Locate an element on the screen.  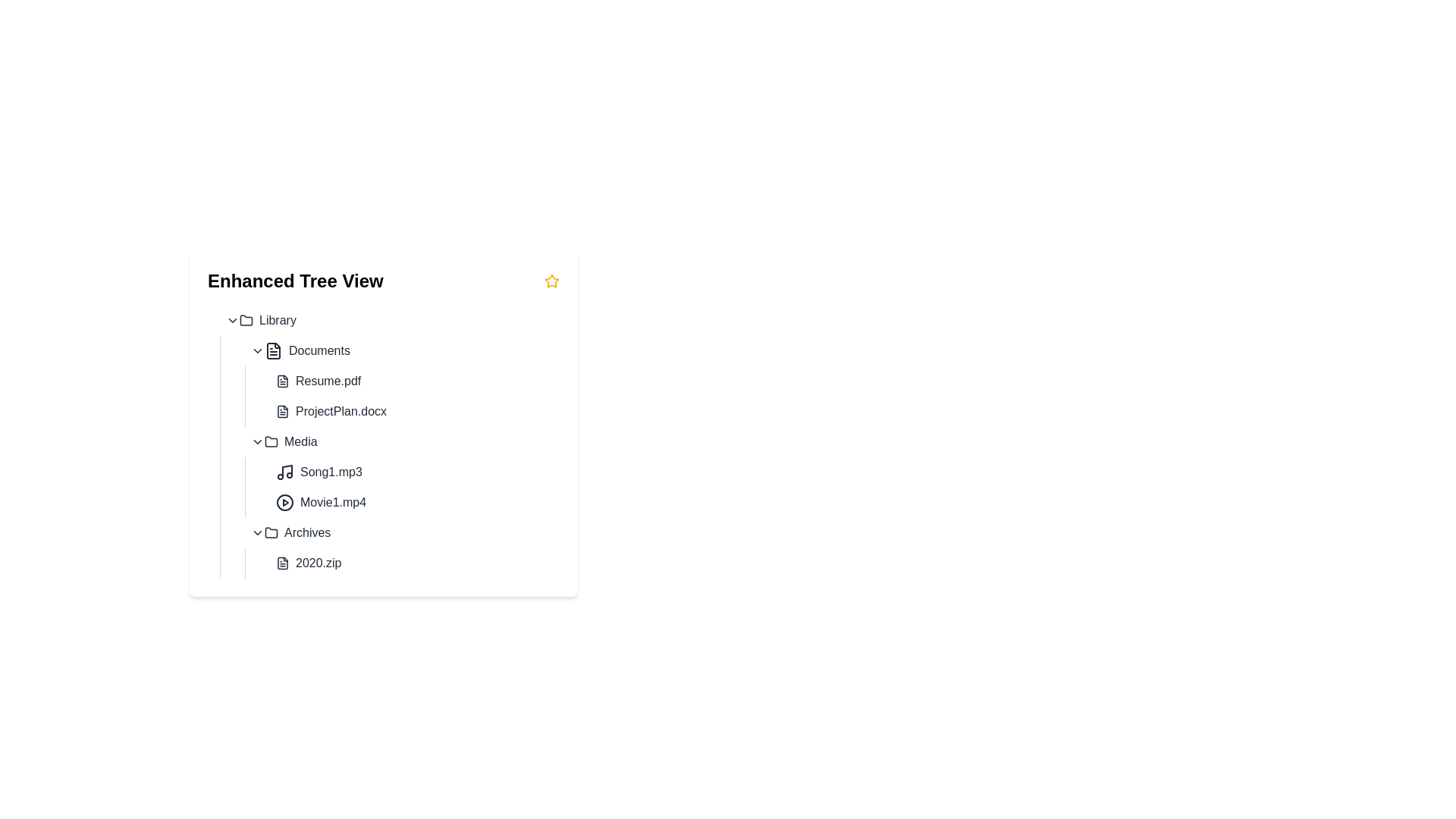
the vertical line of the musical note icon located inside the 'Media' folder listing, adjacent to 'Song1.mp3' is located at coordinates (287, 470).